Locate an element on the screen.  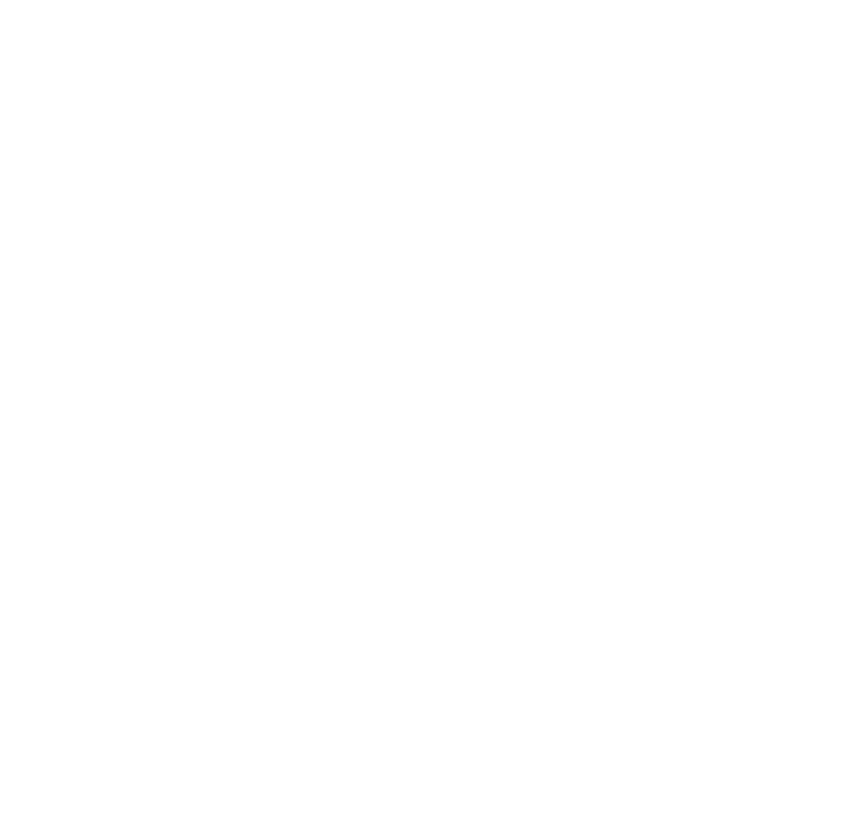
'RNA is ready for all downstream applications including Next-Gen Sequencing, RT-qPCR, hybridization, etc.' is located at coordinates (465, 681).